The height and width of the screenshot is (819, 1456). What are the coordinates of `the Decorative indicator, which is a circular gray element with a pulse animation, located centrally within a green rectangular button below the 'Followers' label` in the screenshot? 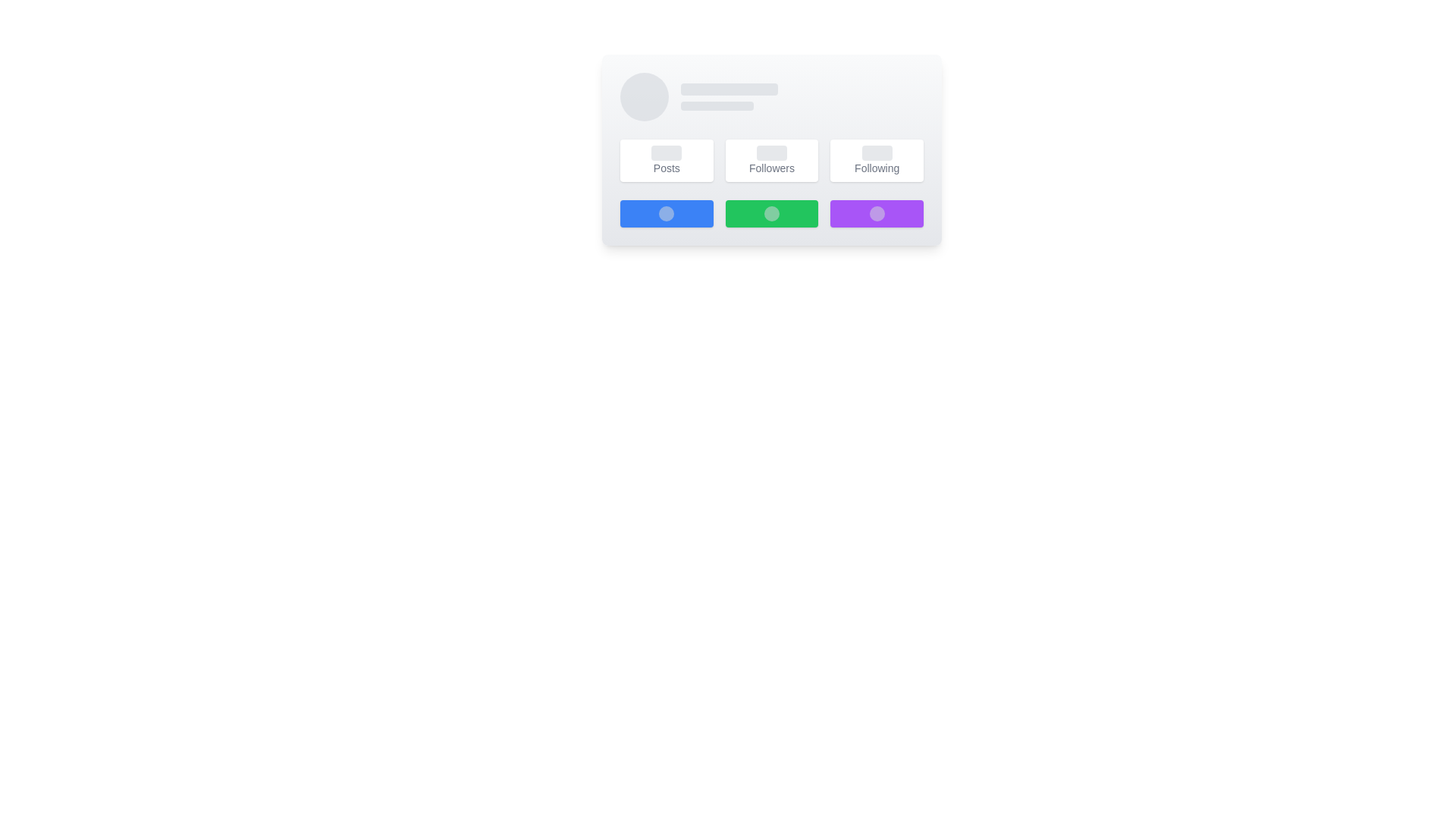 It's located at (771, 213).